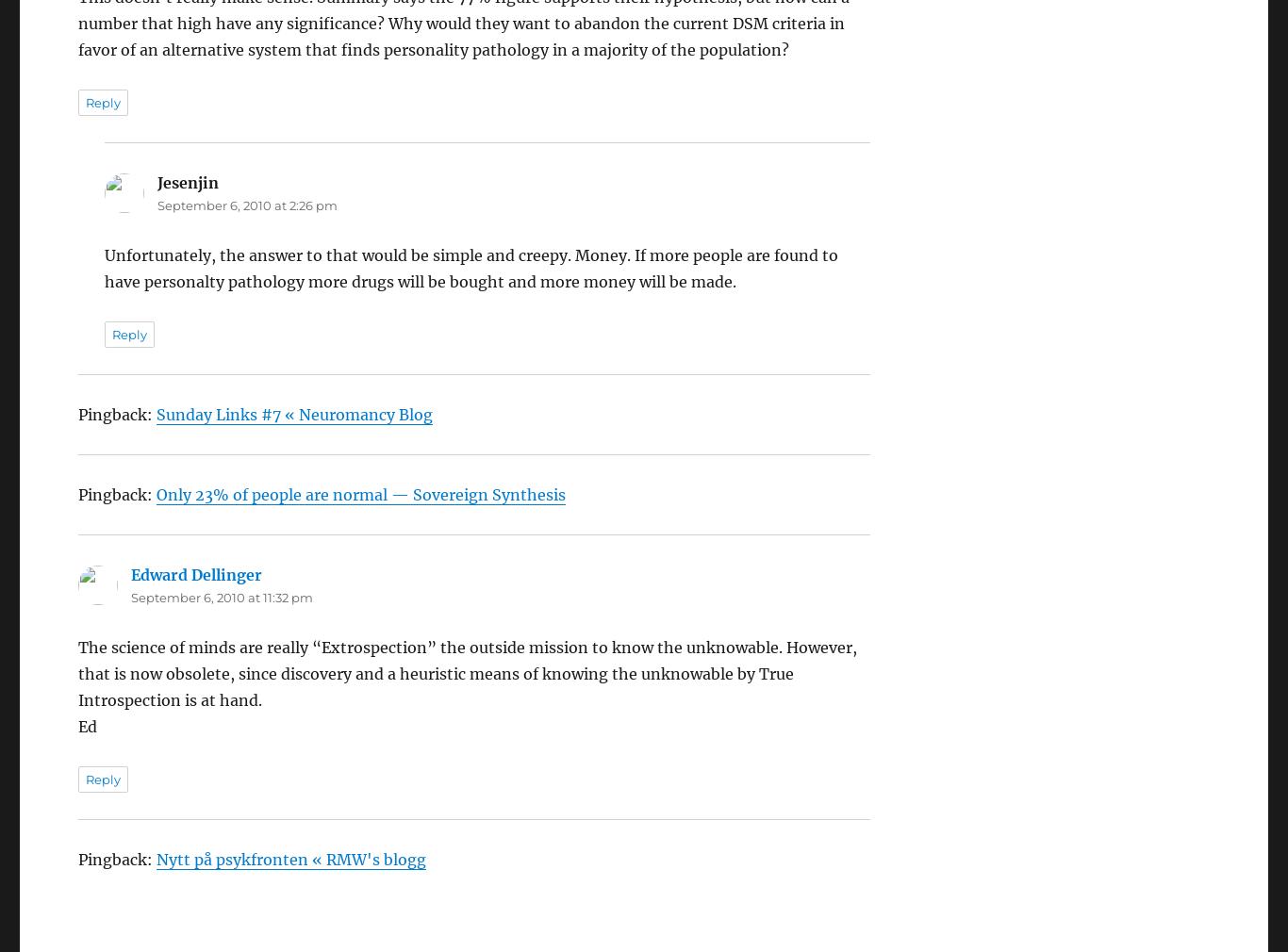 This screenshot has height=952, width=1288. Describe the element at coordinates (471, 215) in the screenshot. I see `'Unfortunately, the answer to that would be simple and creepy. Money. If more people are found to have personalty pathology more drugs will be bought and more money will be made.'` at that location.